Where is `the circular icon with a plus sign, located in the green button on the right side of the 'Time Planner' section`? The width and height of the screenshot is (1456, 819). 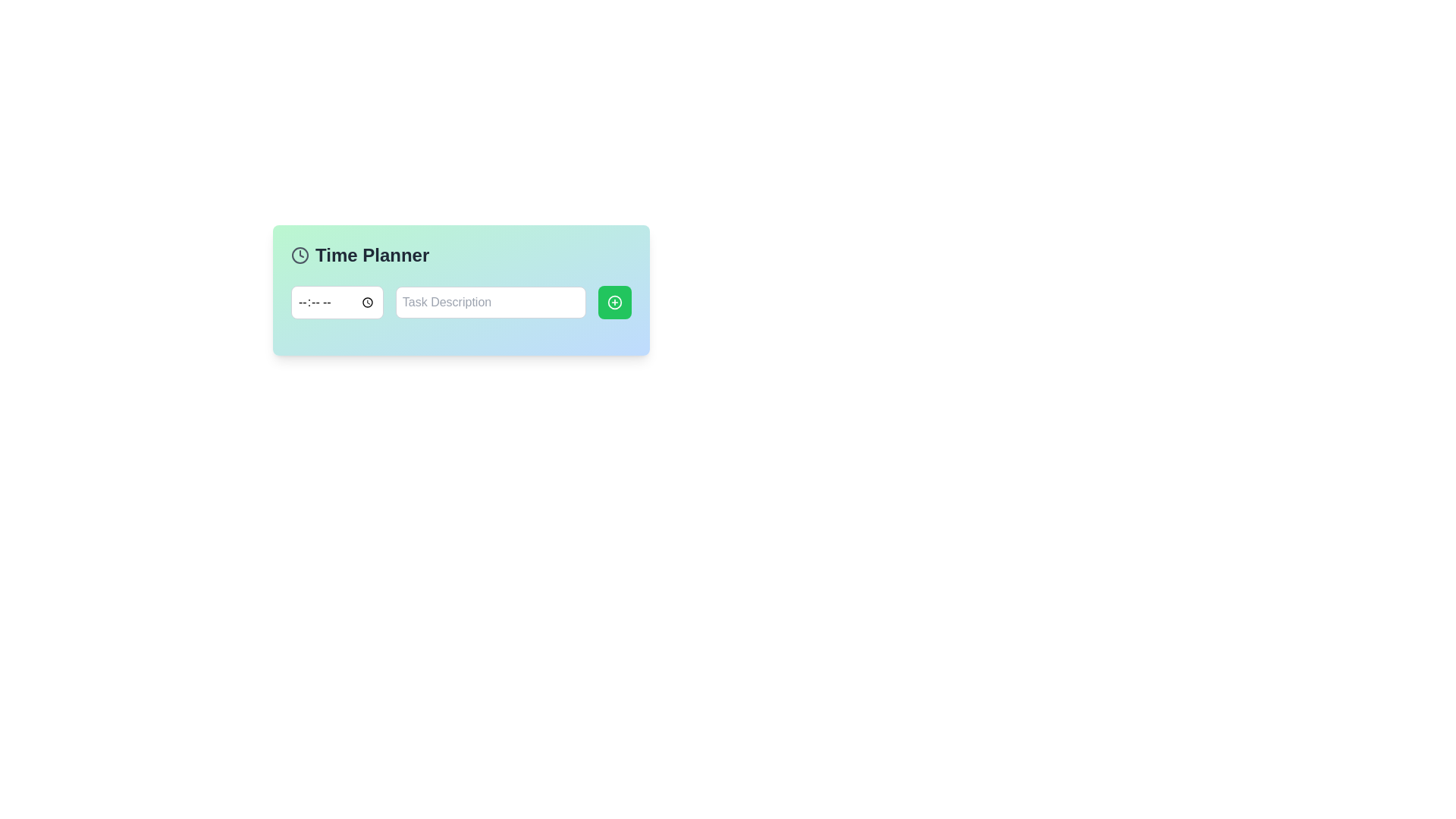
the circular icon with a plus sign, located in the green button on the right side of the 'Time Planner' section is located at coordinates (615, 302).